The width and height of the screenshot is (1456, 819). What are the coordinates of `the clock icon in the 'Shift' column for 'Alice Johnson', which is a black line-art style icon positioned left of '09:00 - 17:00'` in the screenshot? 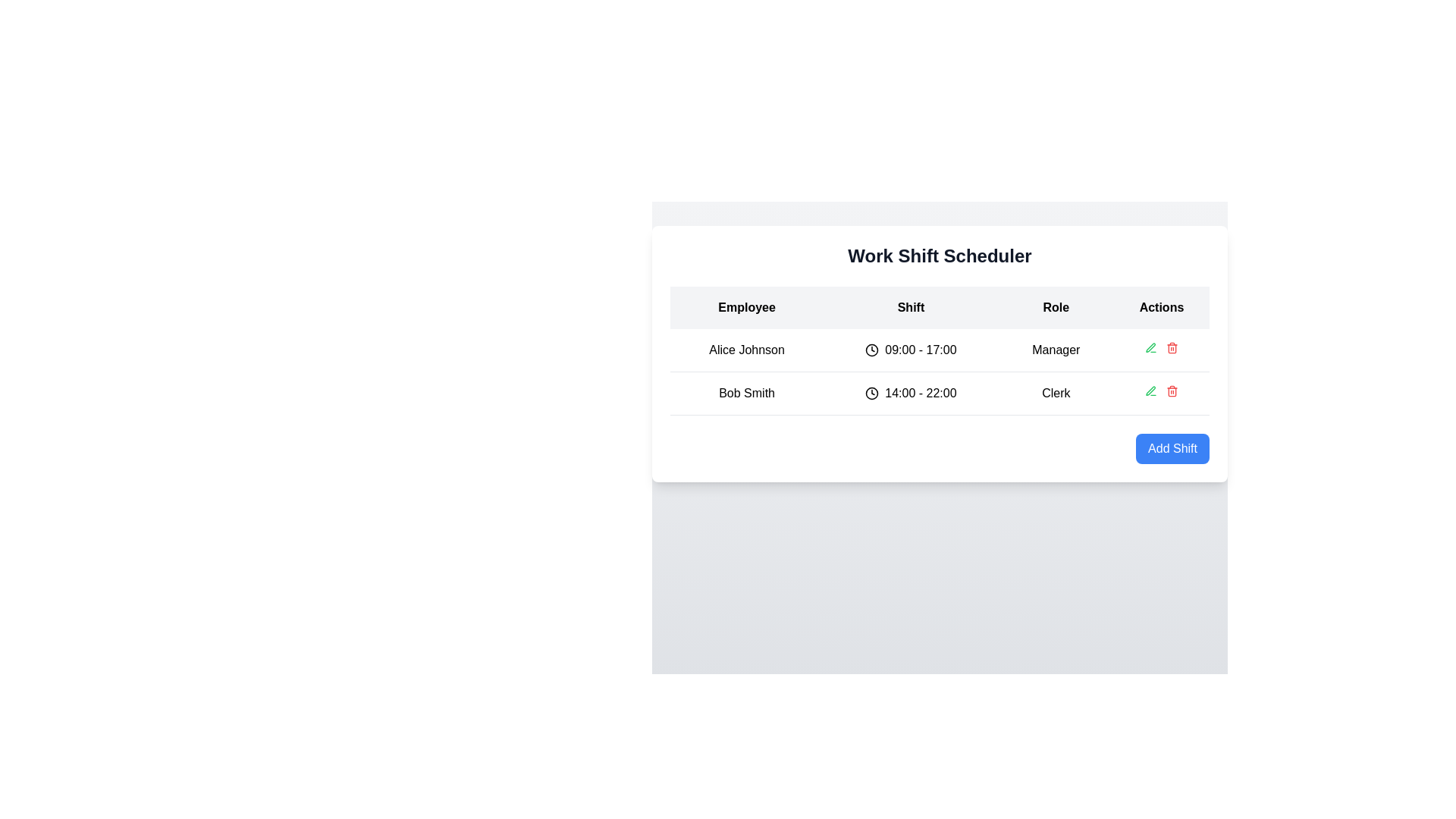 It's located at (872, 350).